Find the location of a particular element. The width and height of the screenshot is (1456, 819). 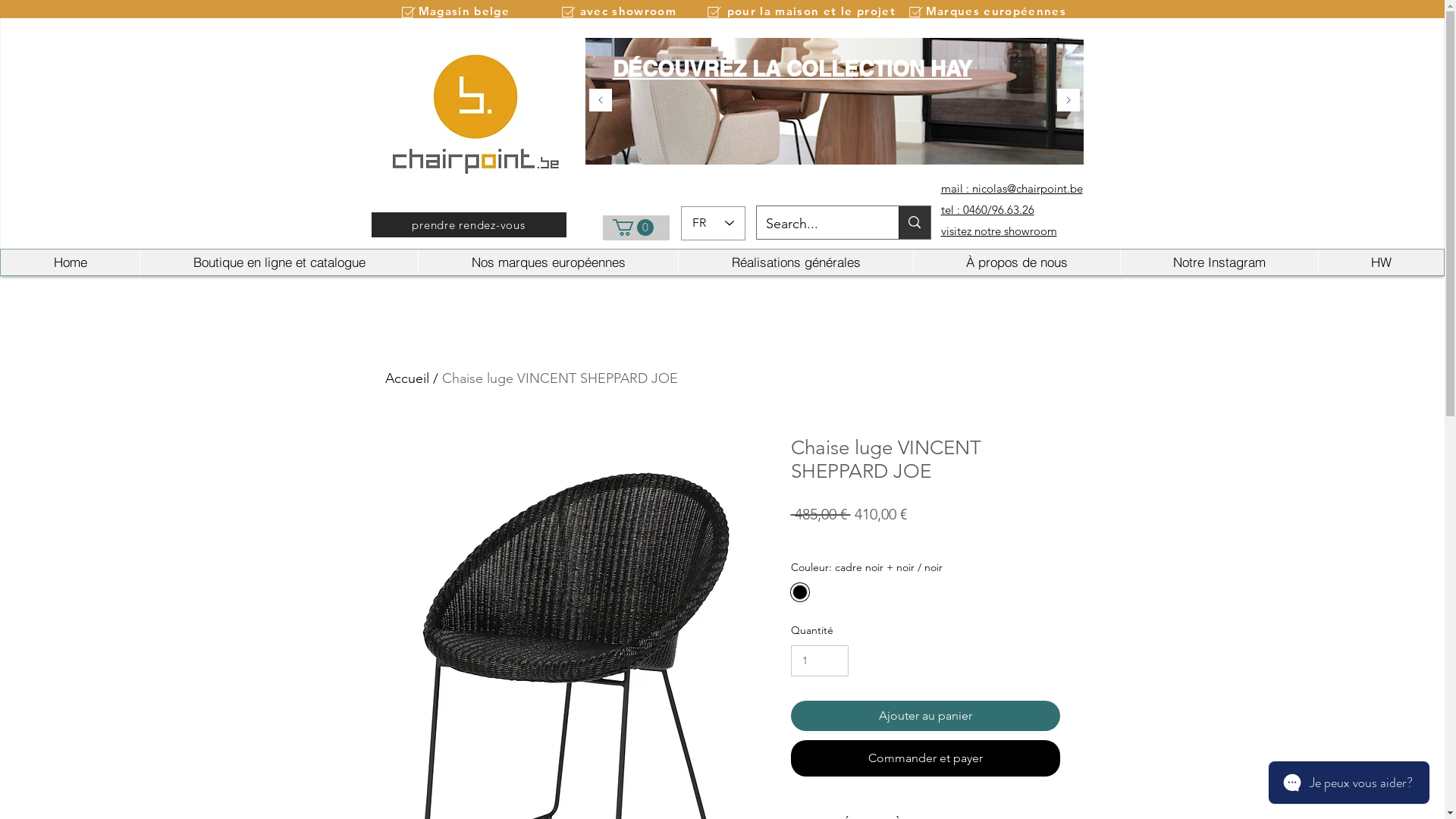

'Ajouter au panier' is located at coordinates (924, 716).